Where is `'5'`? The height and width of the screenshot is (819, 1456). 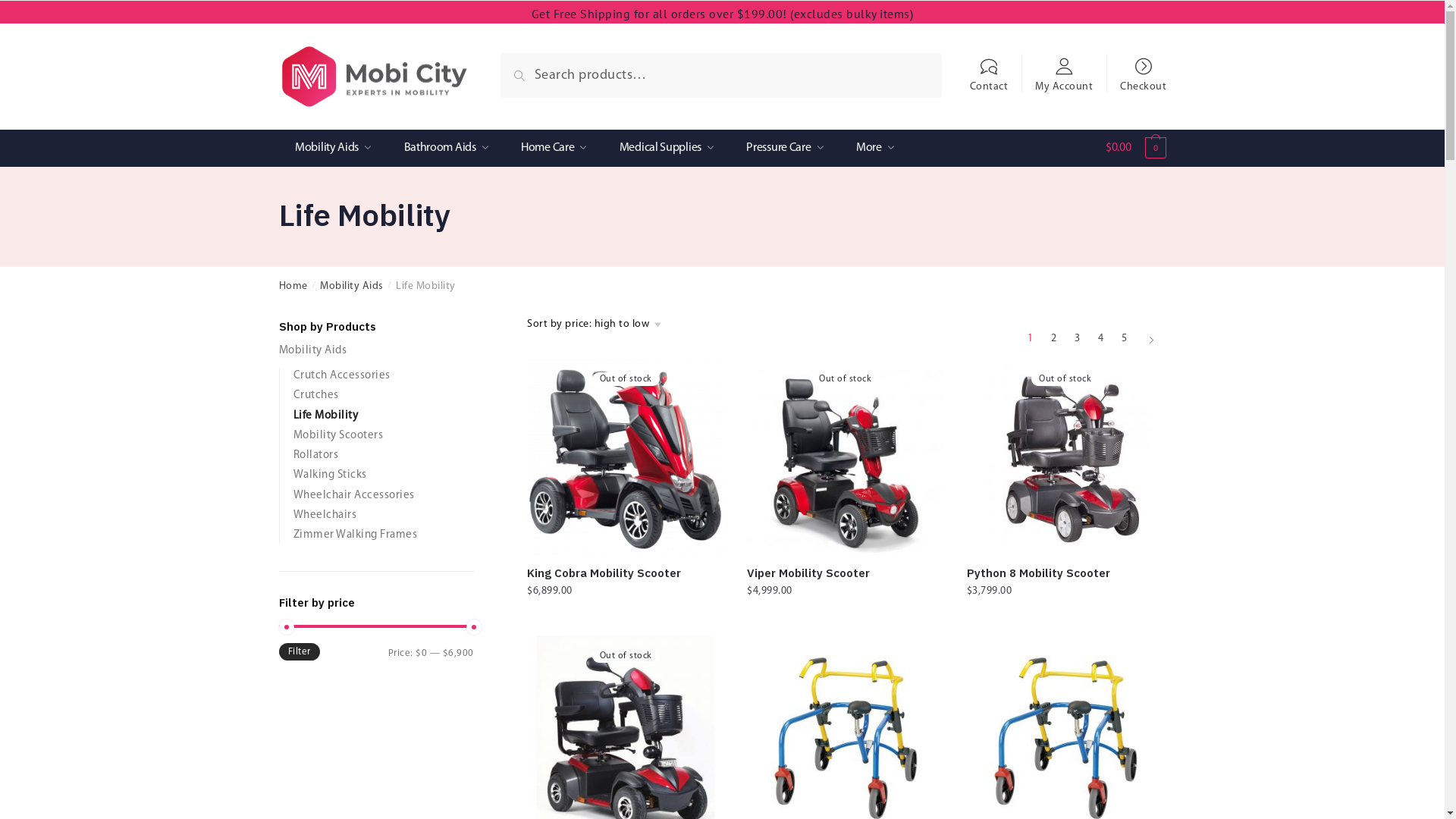 '5' is located at coordinates (1125, 338).